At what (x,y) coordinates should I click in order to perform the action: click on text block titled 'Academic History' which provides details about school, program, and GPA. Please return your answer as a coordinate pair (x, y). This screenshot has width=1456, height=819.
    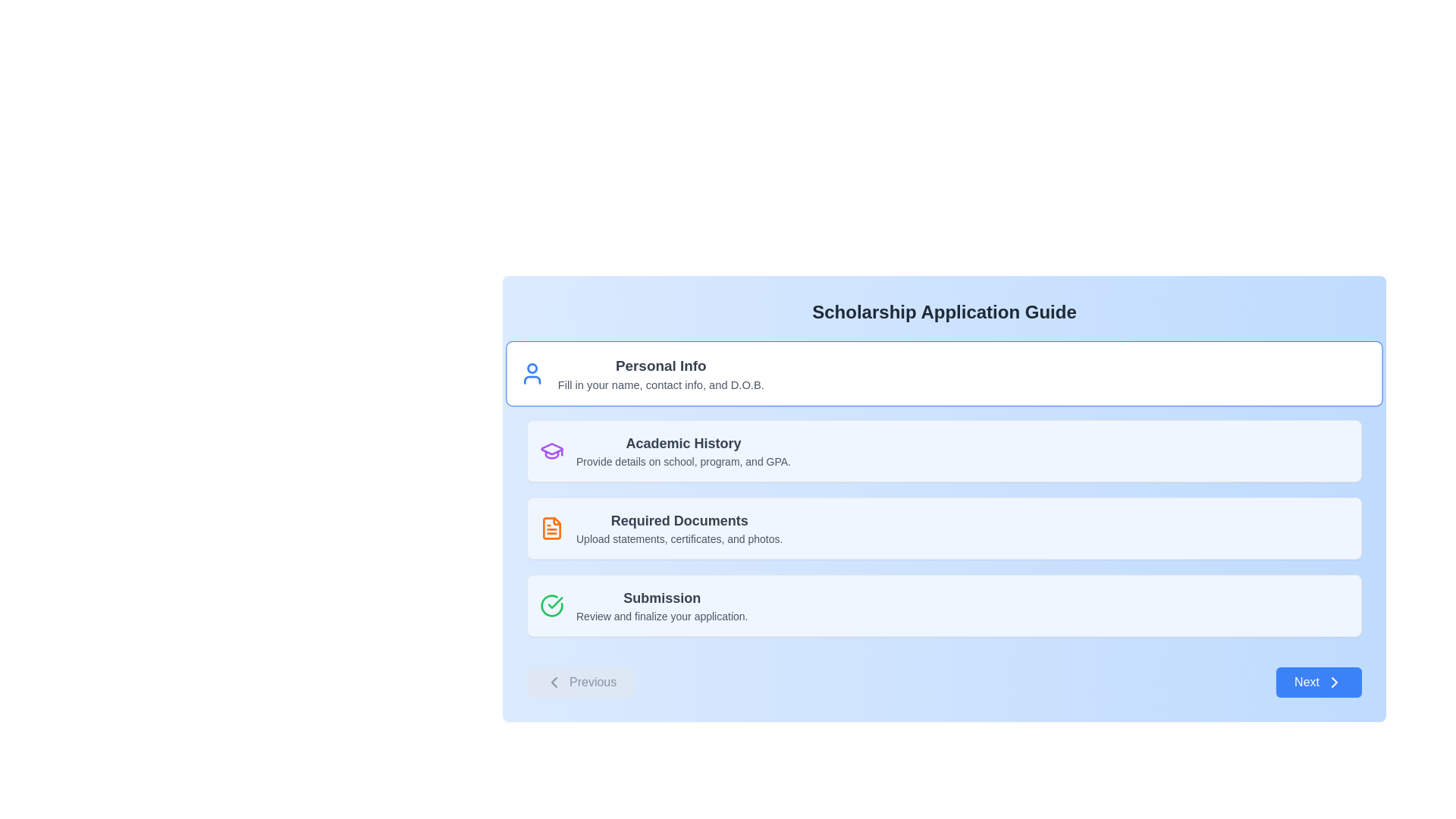
    Looking at the image, I should click on (682, 450).